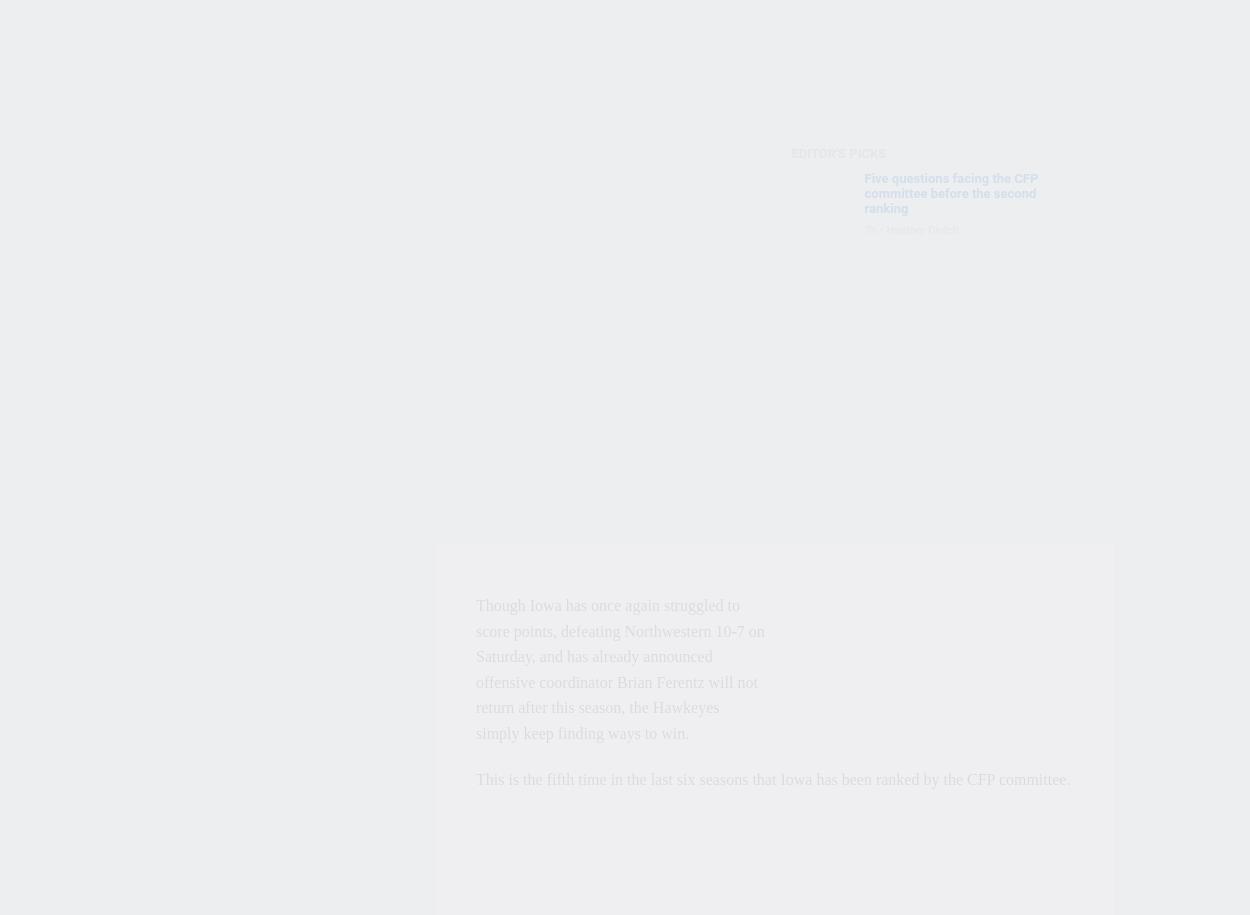 The image size is (1250, 915). I want to click on 'Adam Rittenberg and Tom VanHaaren', so click(977, 311).